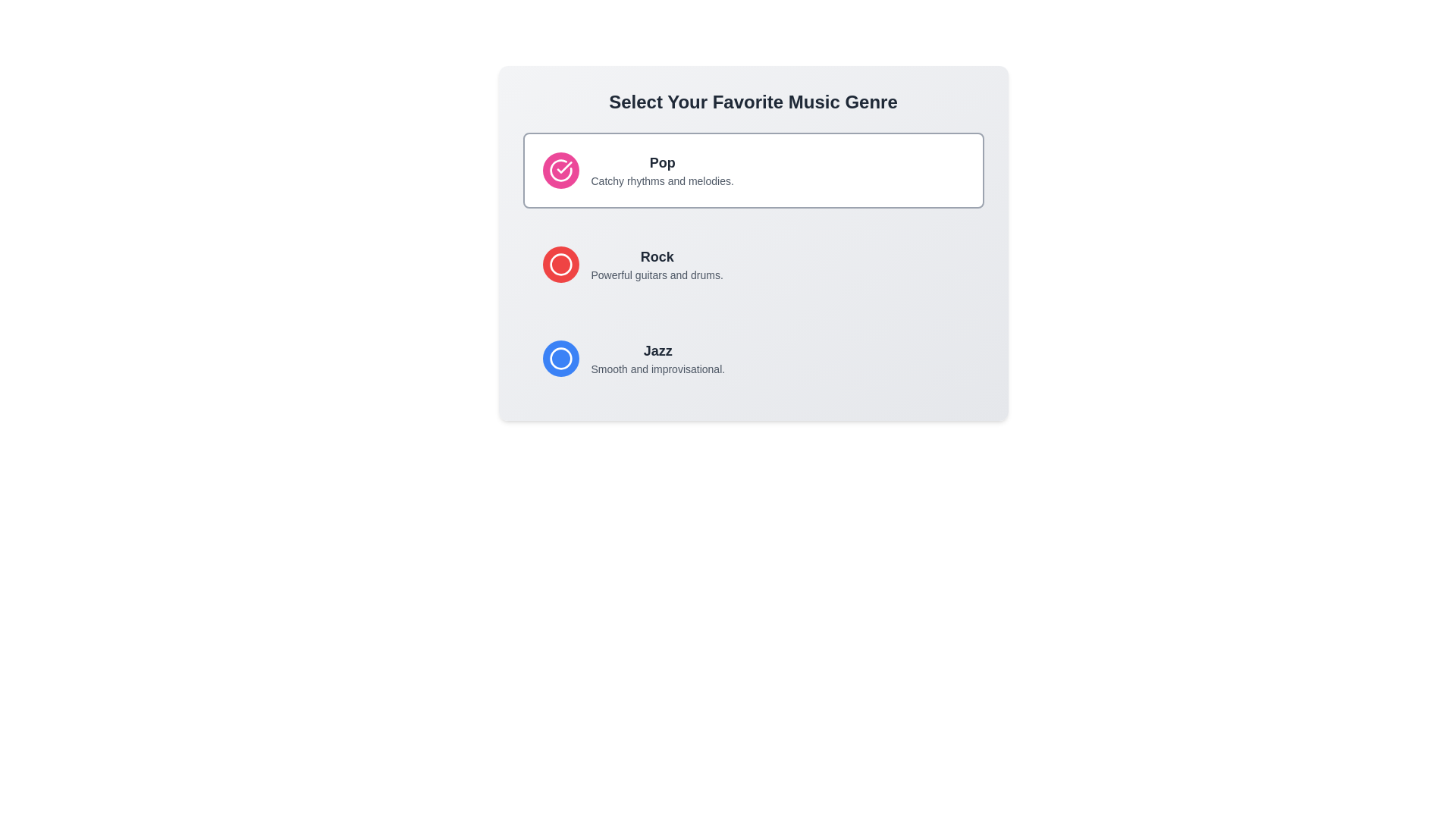 The image size is (1456, 819). What do you see at coordinates (563, 167) in the screenshot?
I see `the checkmark icon representing the selected state for the 'Pop' music genre, which is located within the pink circular icon next to the text 'Pop'` at bounding box center [563, 167].